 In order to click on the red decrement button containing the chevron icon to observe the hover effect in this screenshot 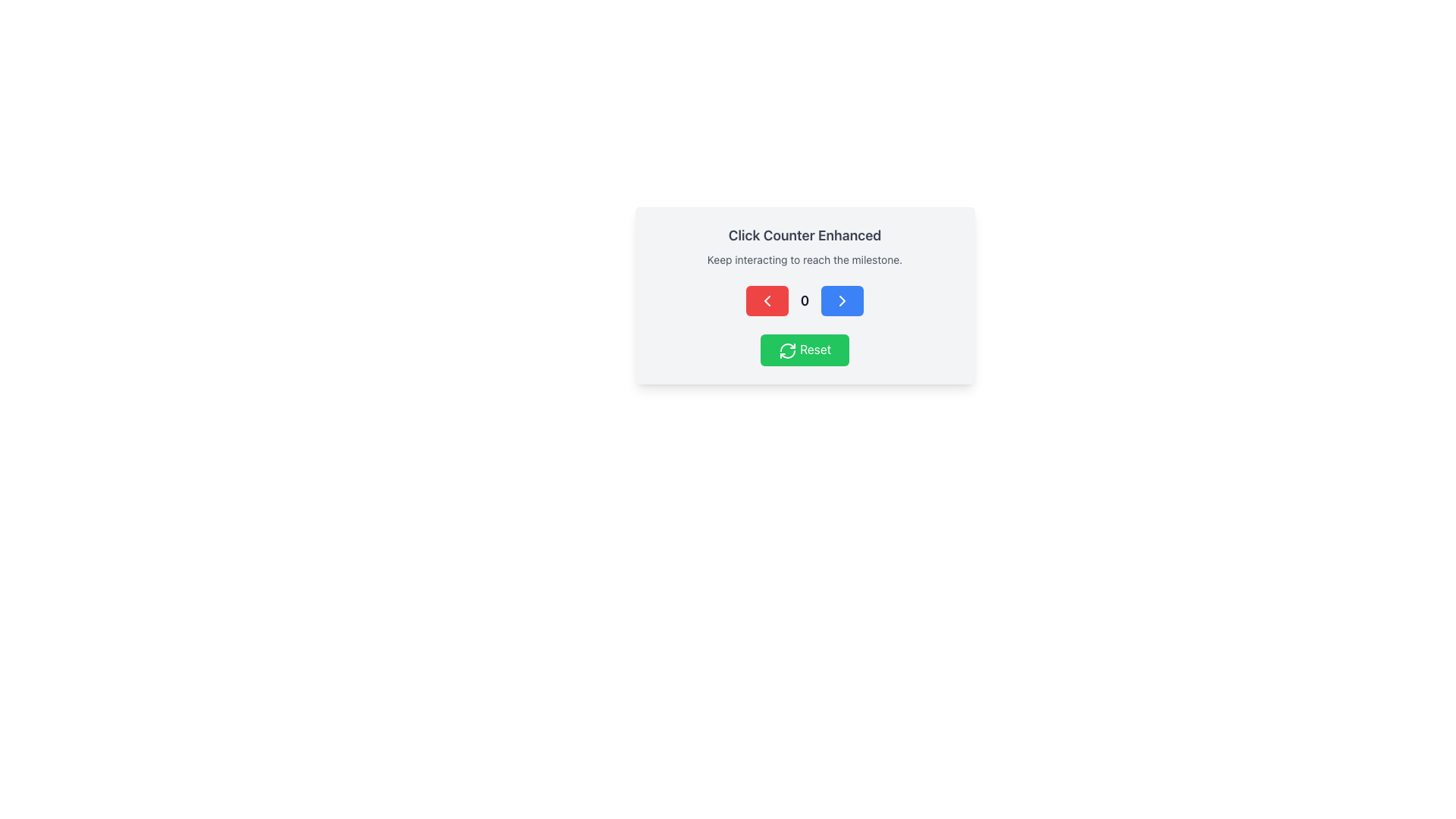, I will do `click(767, 301)`.